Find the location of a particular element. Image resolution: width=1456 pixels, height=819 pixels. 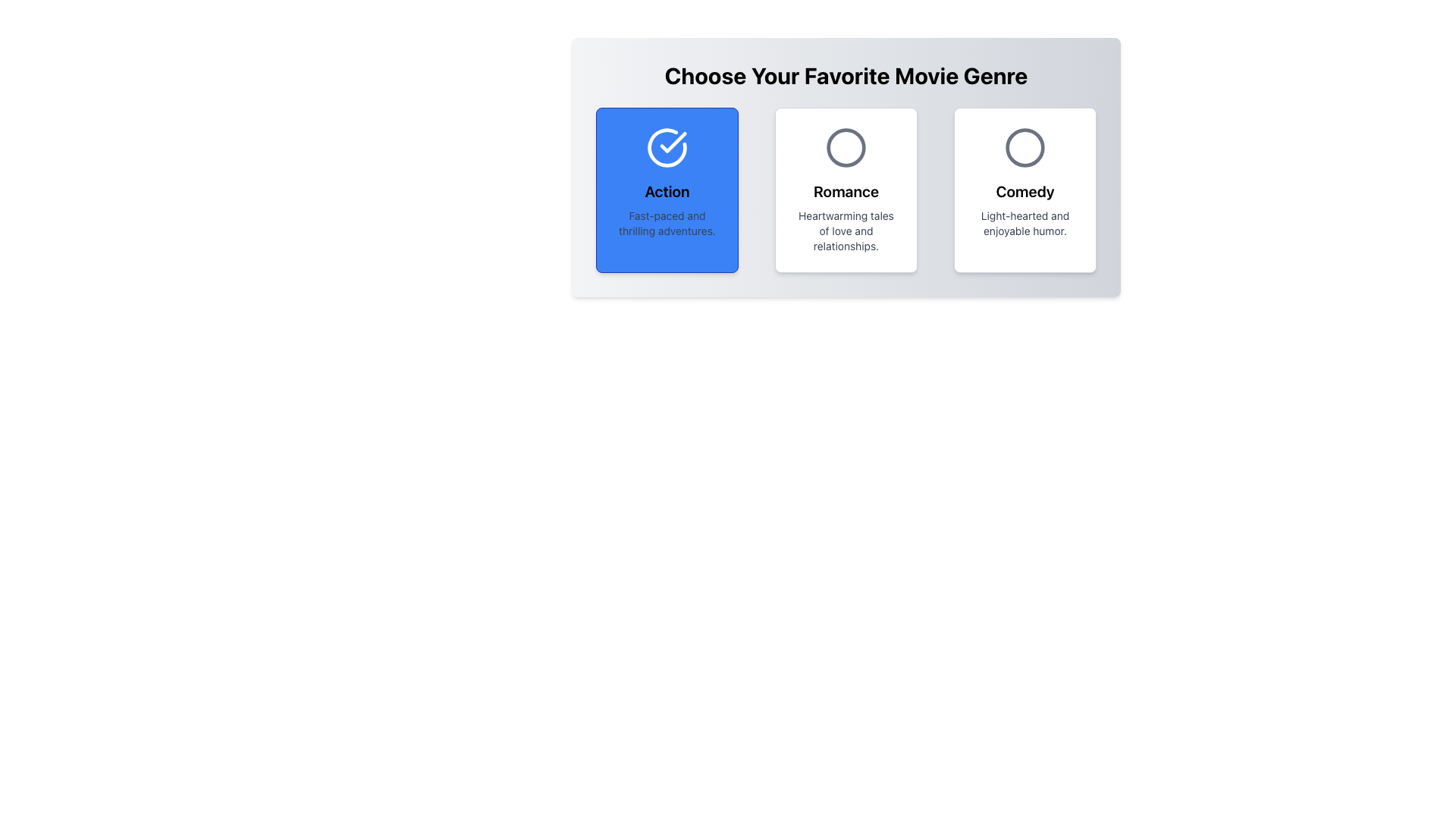

Text label that identifies the category 'Romance', centrally placed above the subtext in the second option box of a series of three is located at coordinates (845, 191).